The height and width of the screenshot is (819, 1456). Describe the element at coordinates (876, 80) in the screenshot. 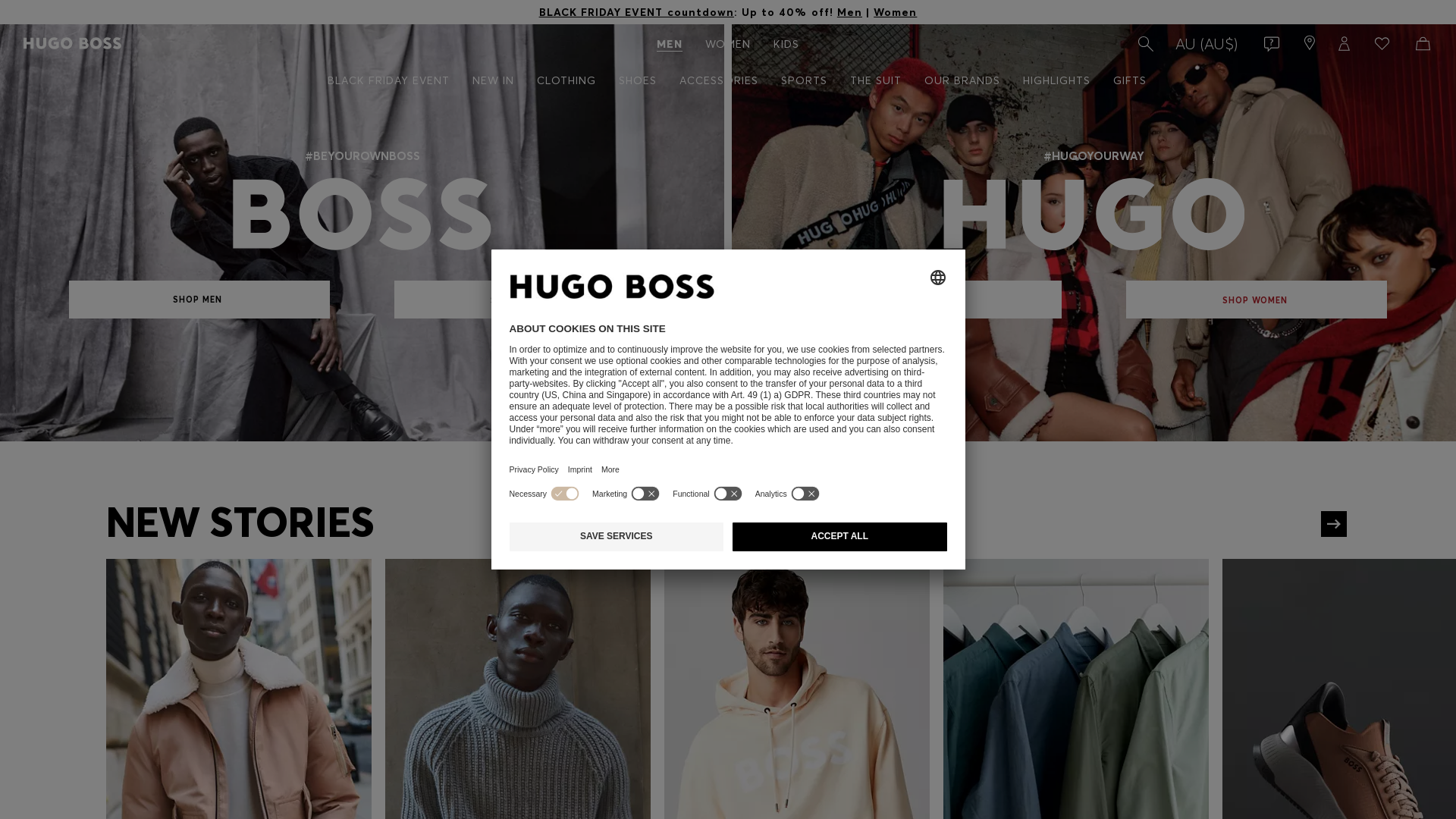

I see `'THE SUIT'` at that location.